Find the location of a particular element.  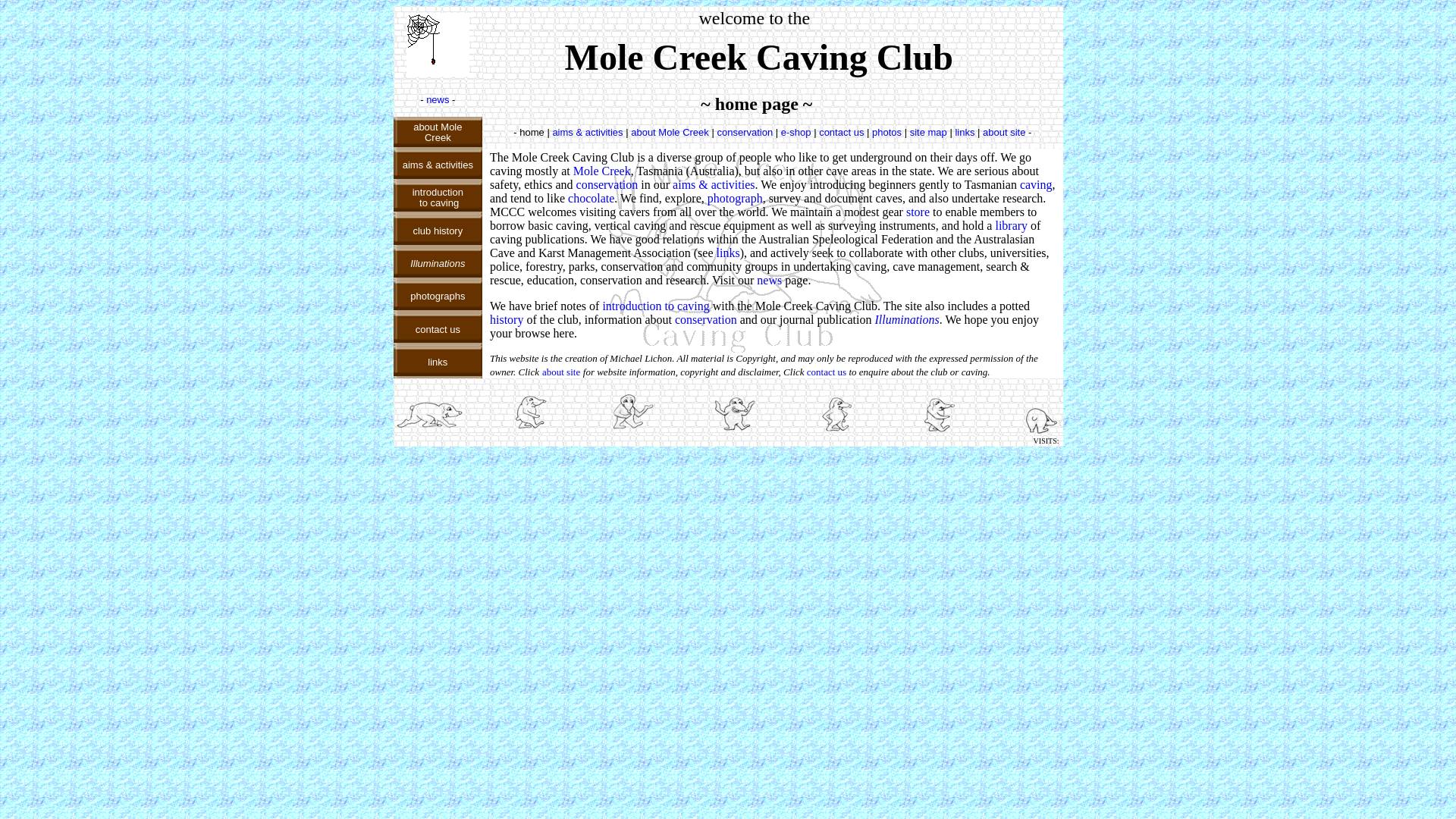

'library' is located at coordinates (994, 225).